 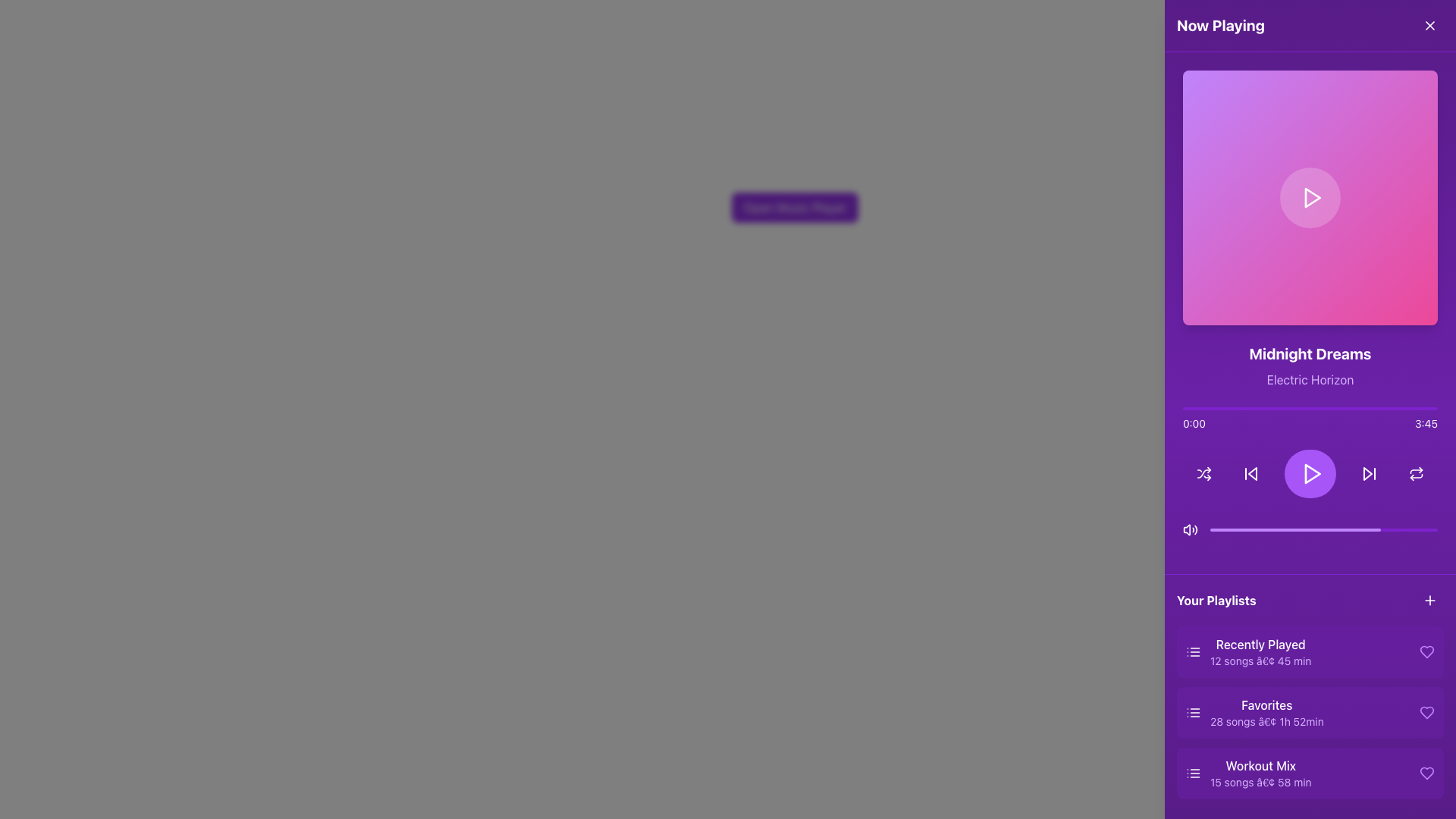 I want to click on the play triangle icon, which is a prominent right-pointing triangle centered within a vibrant purple and pink gradient rectangular area in the right sidebar of the interface, so click(x=1312, y=197).